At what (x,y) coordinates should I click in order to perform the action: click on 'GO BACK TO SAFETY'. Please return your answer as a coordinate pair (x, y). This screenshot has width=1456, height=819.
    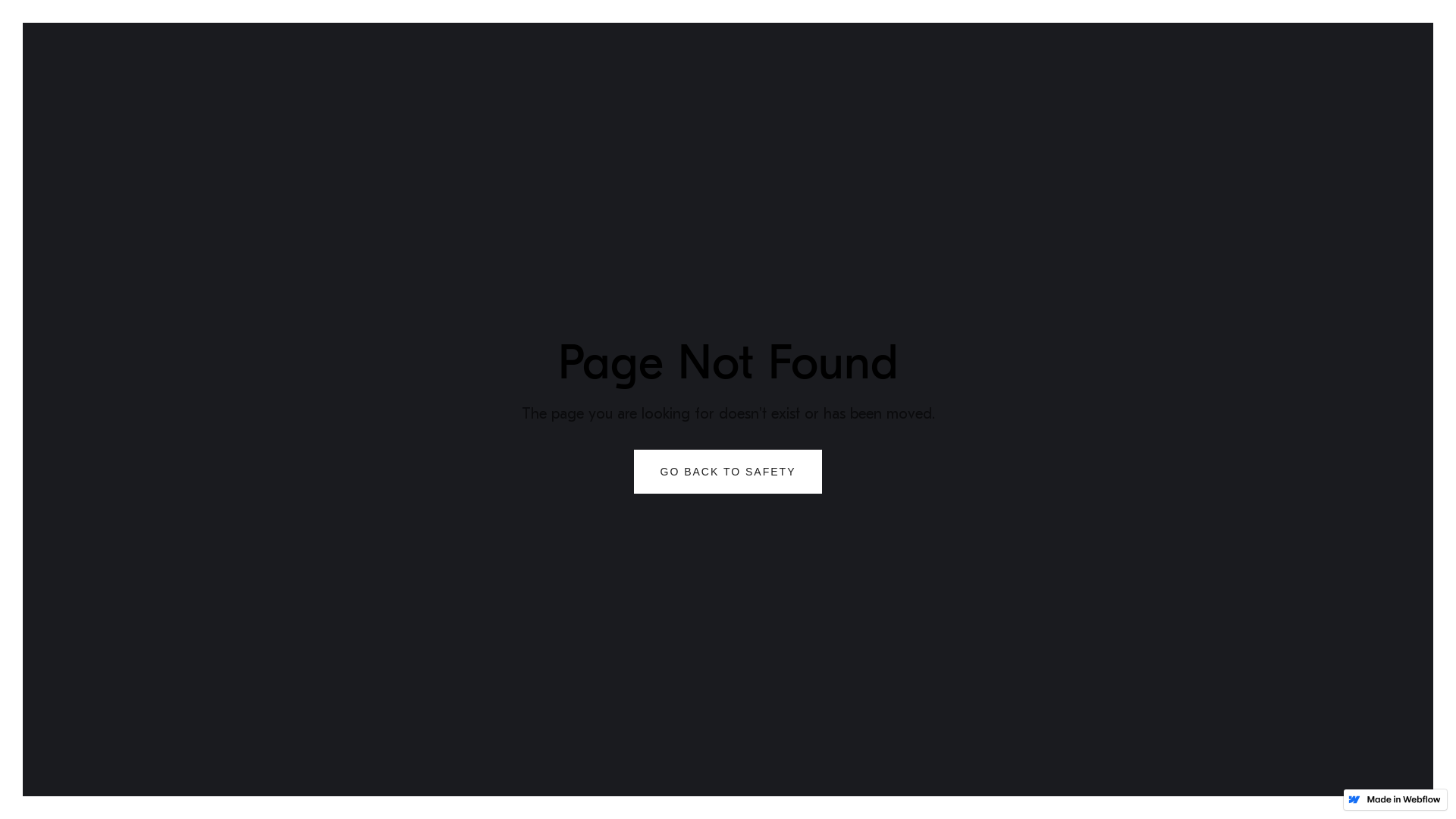
    Looking at the image, I should click on (728, 470).